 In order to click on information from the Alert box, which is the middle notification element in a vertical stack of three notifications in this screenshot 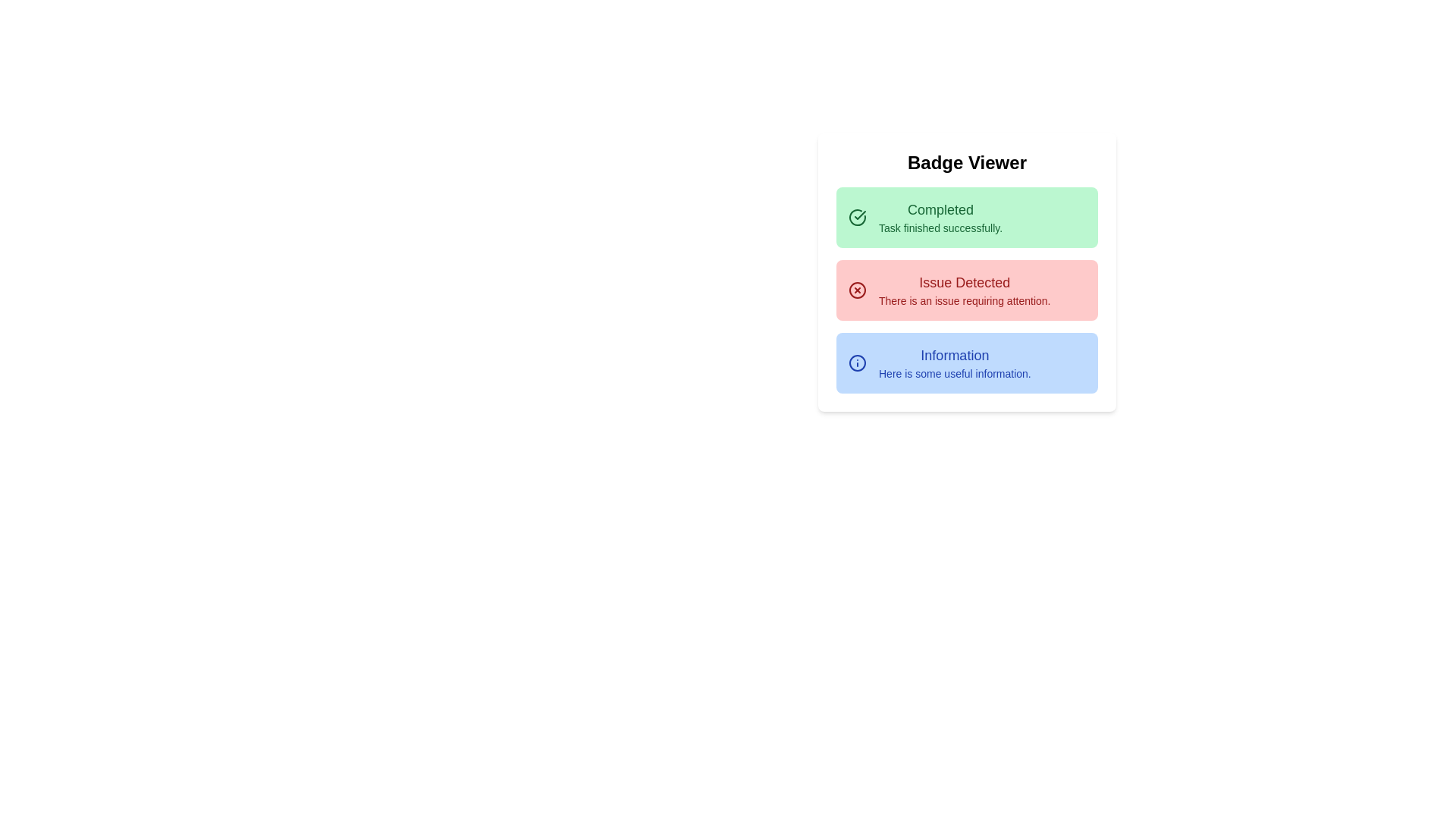, I will do `click(966, 290)`.